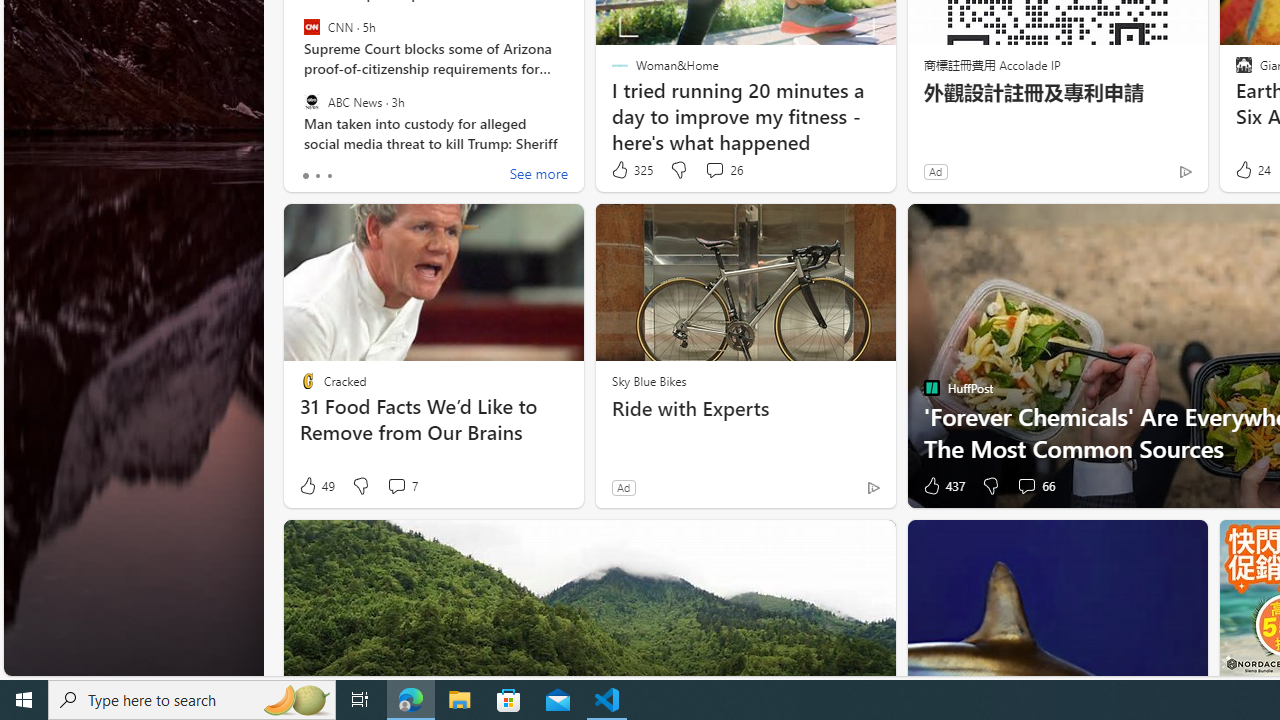 The image size is (1280, 720). I want to click on 'View comments 26 Comment', so click(714, 168).